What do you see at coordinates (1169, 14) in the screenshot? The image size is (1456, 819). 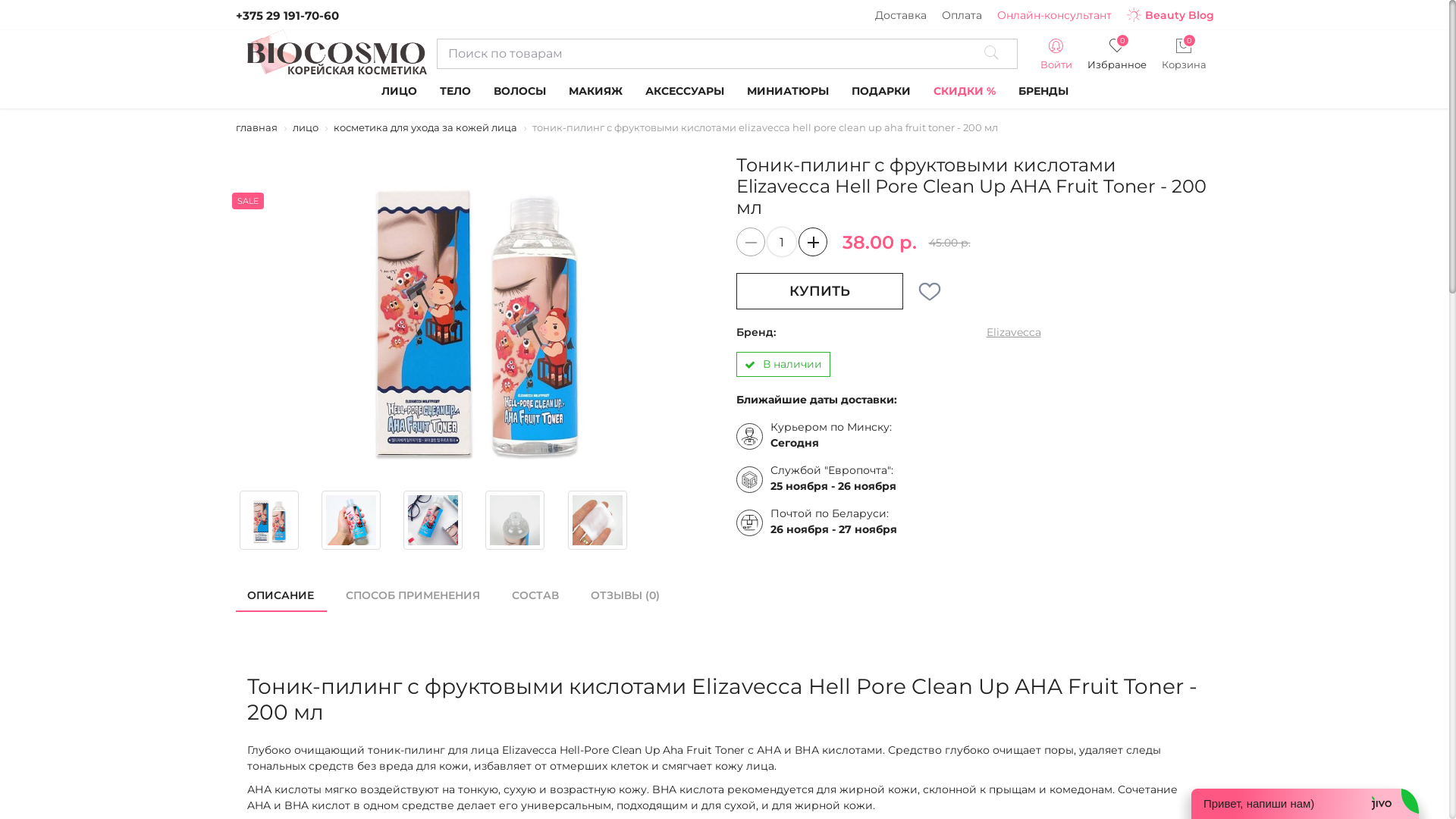 I see `'Beauty Blog'` at bounding box center [1169, 14].